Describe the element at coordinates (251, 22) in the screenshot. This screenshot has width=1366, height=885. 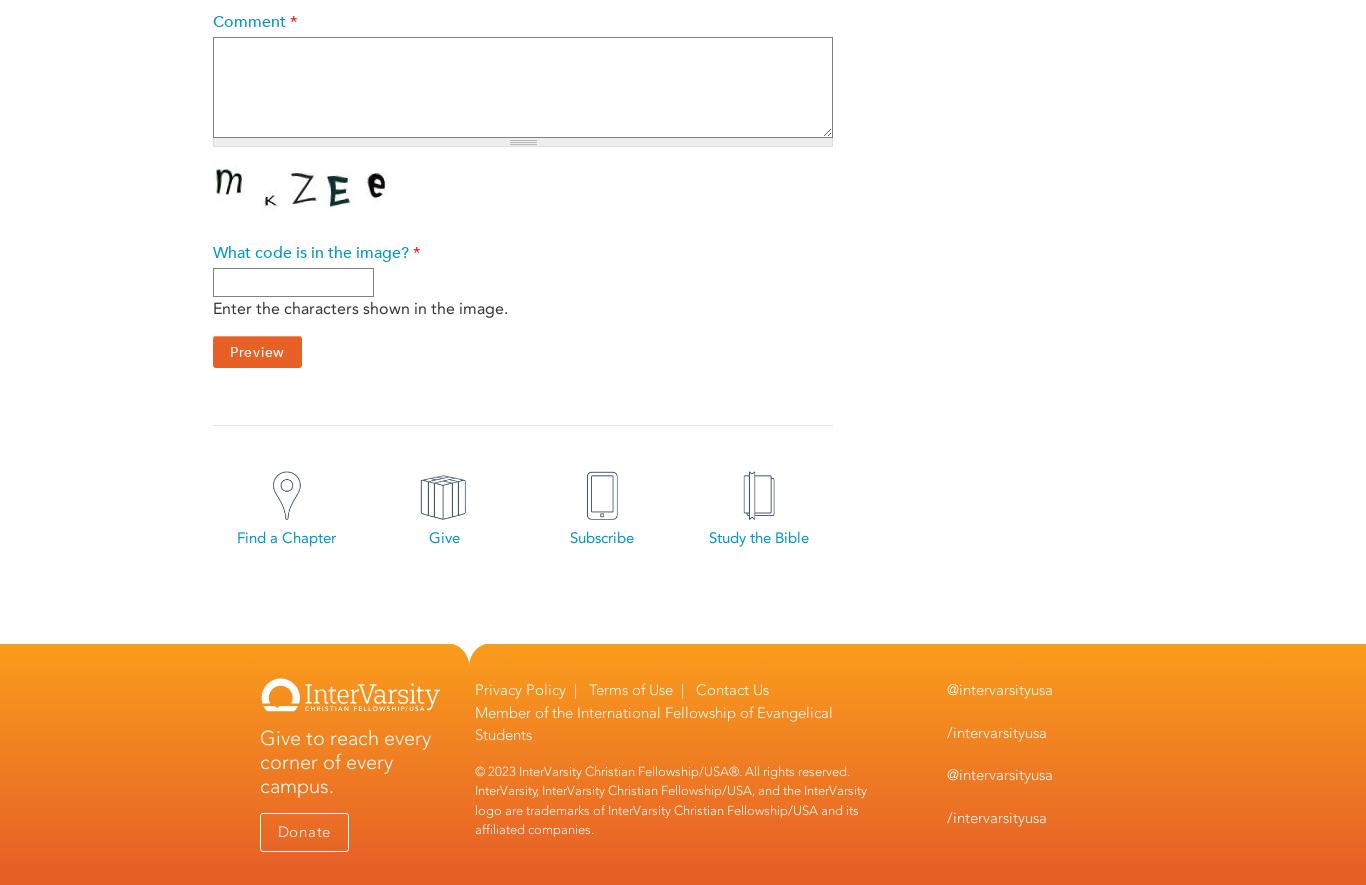
I see `'Comment'` at that location.